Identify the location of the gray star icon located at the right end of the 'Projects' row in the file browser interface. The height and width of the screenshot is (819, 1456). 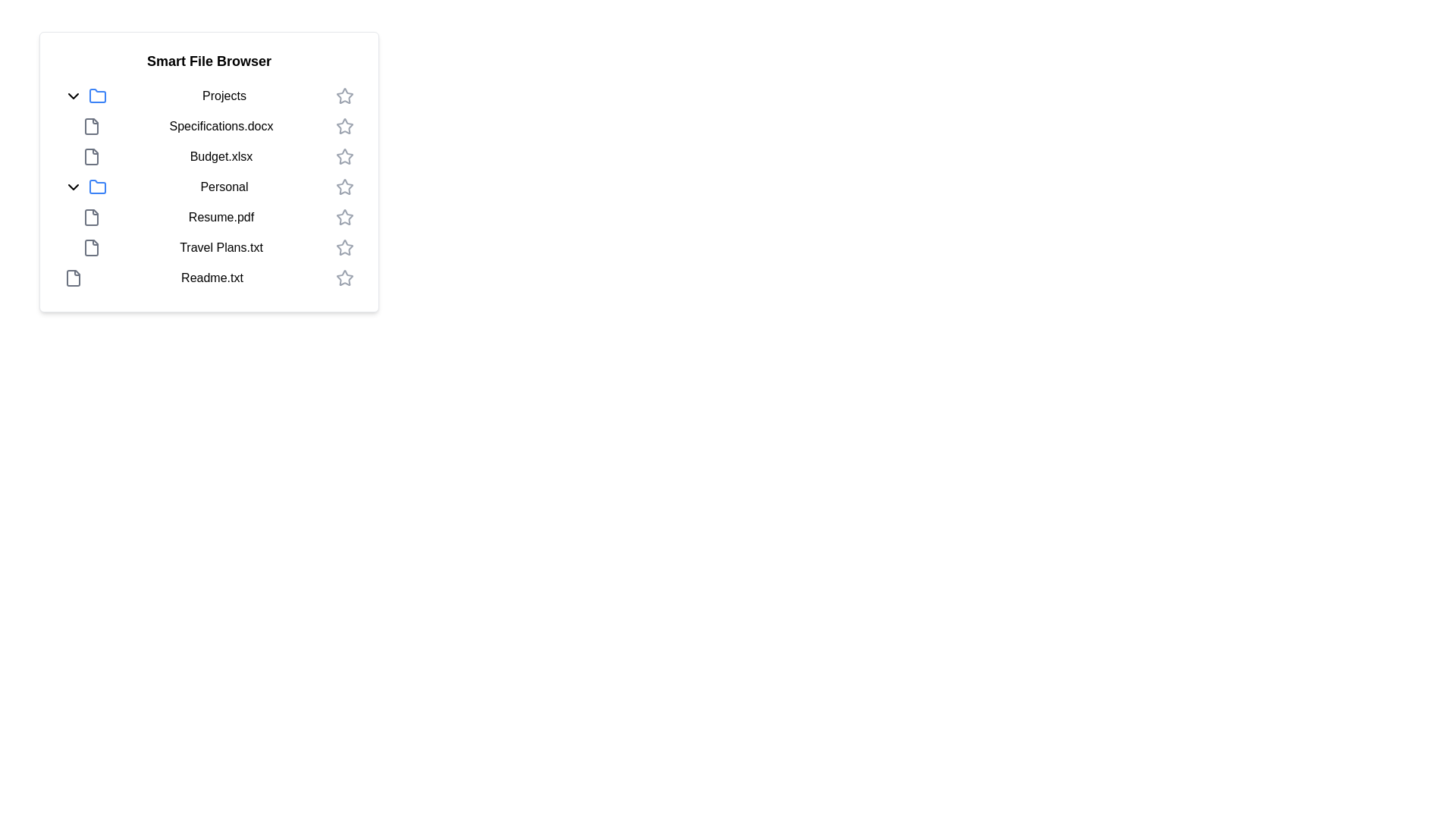
(344, 96).